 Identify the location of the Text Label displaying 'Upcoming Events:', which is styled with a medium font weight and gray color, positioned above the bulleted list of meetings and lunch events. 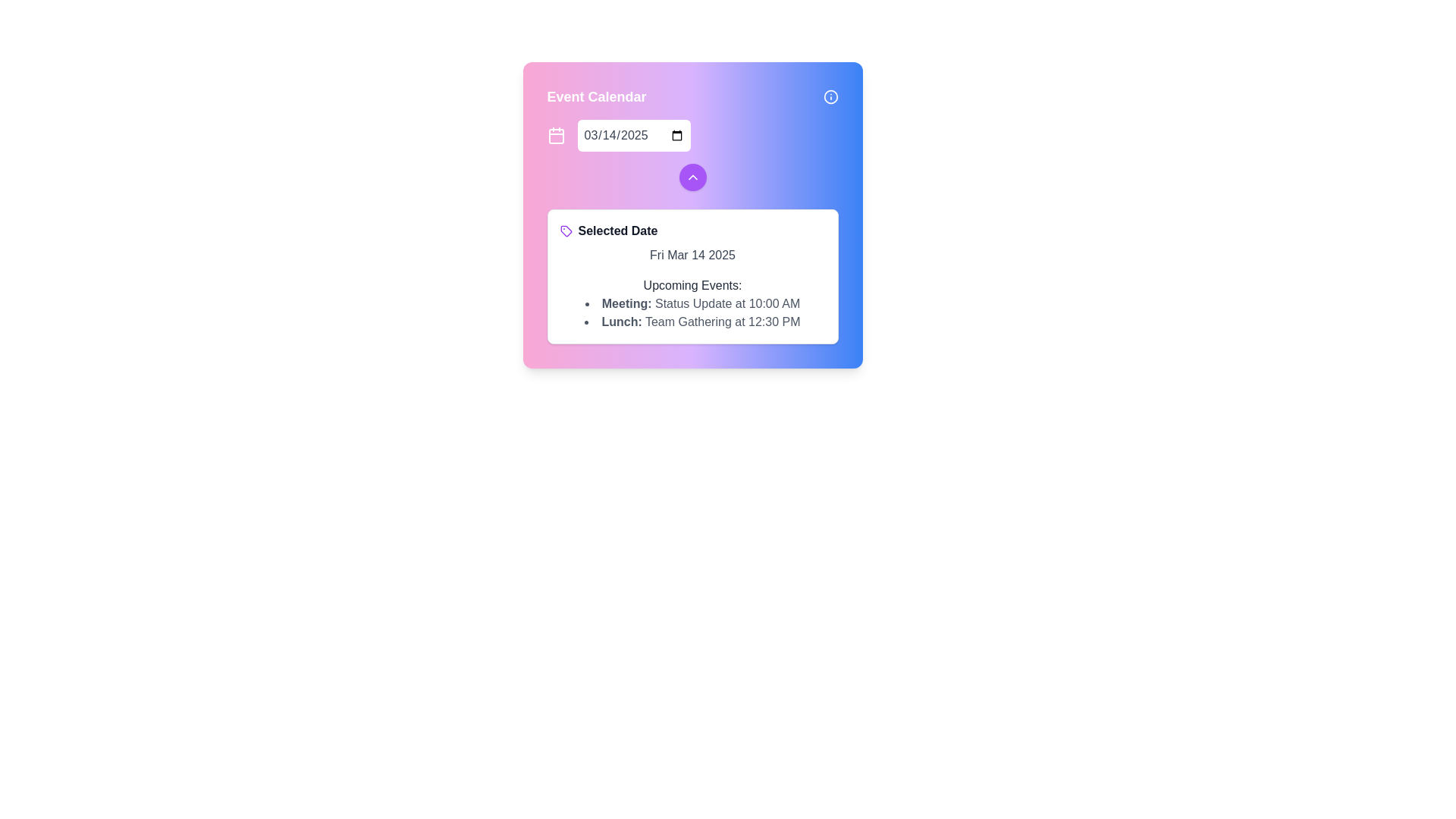
(692, 286).